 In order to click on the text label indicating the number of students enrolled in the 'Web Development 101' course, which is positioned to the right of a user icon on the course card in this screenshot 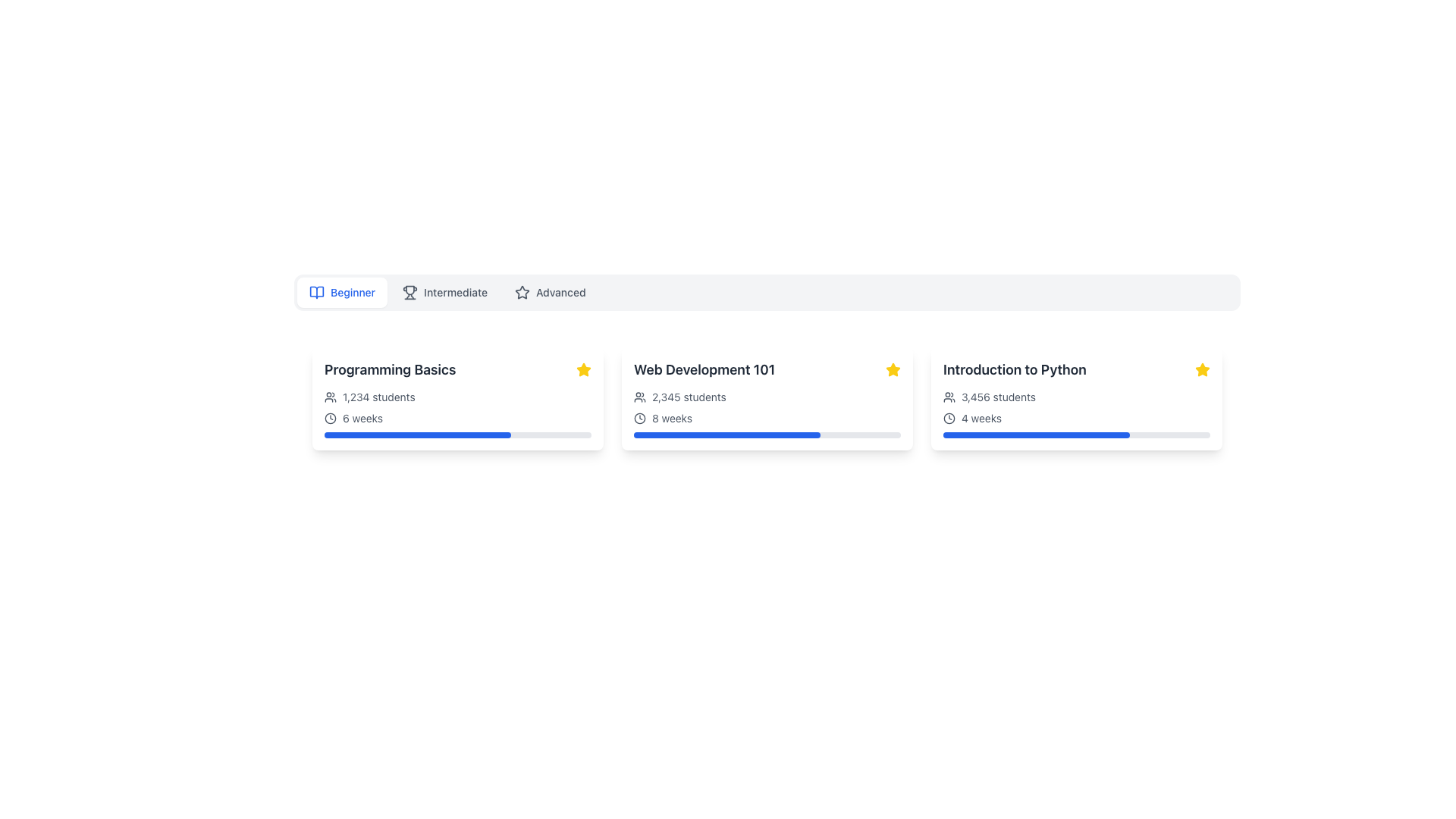, I will do `click(688, 397)`.